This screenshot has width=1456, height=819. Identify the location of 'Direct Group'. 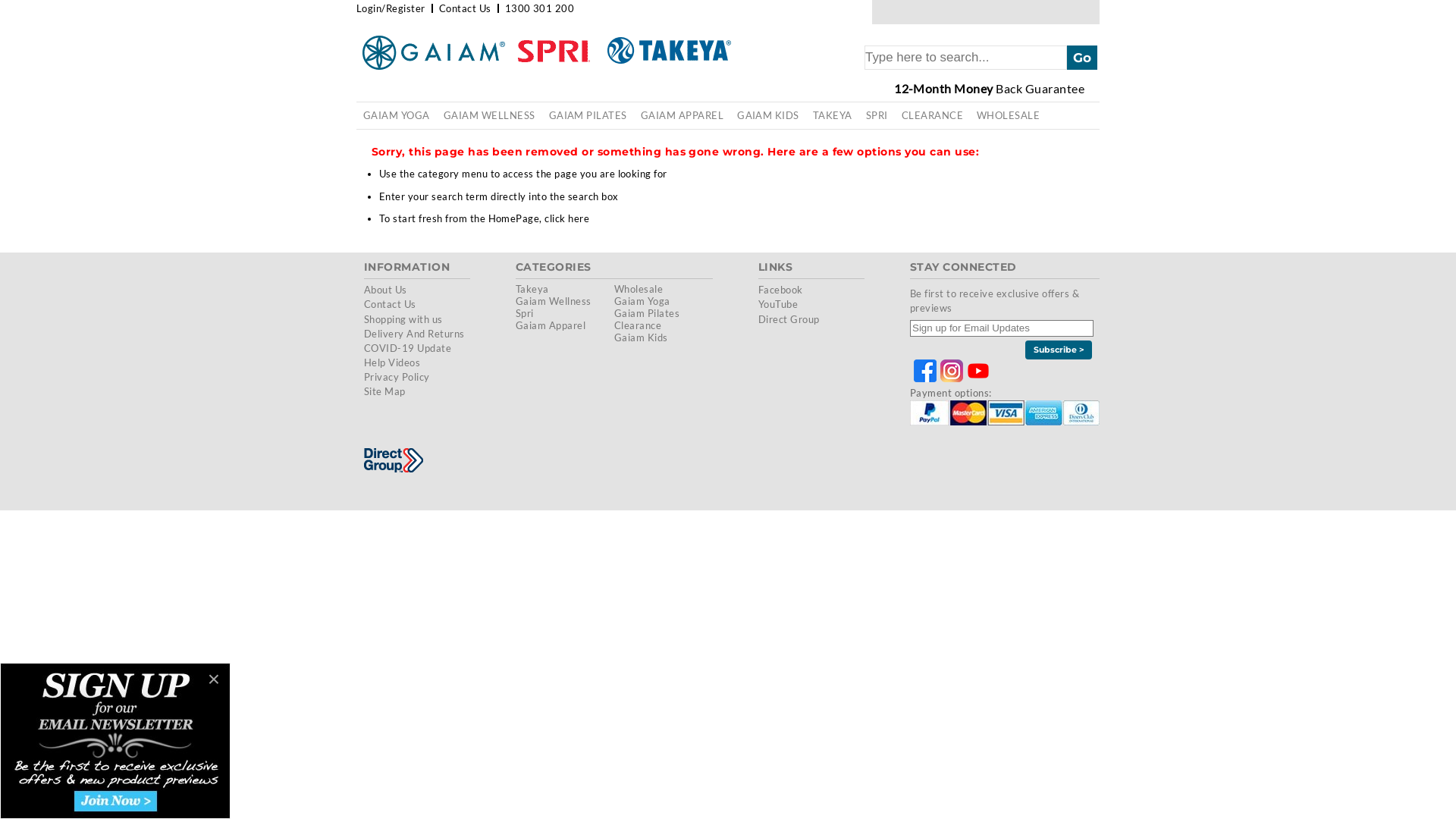
(789, 318).